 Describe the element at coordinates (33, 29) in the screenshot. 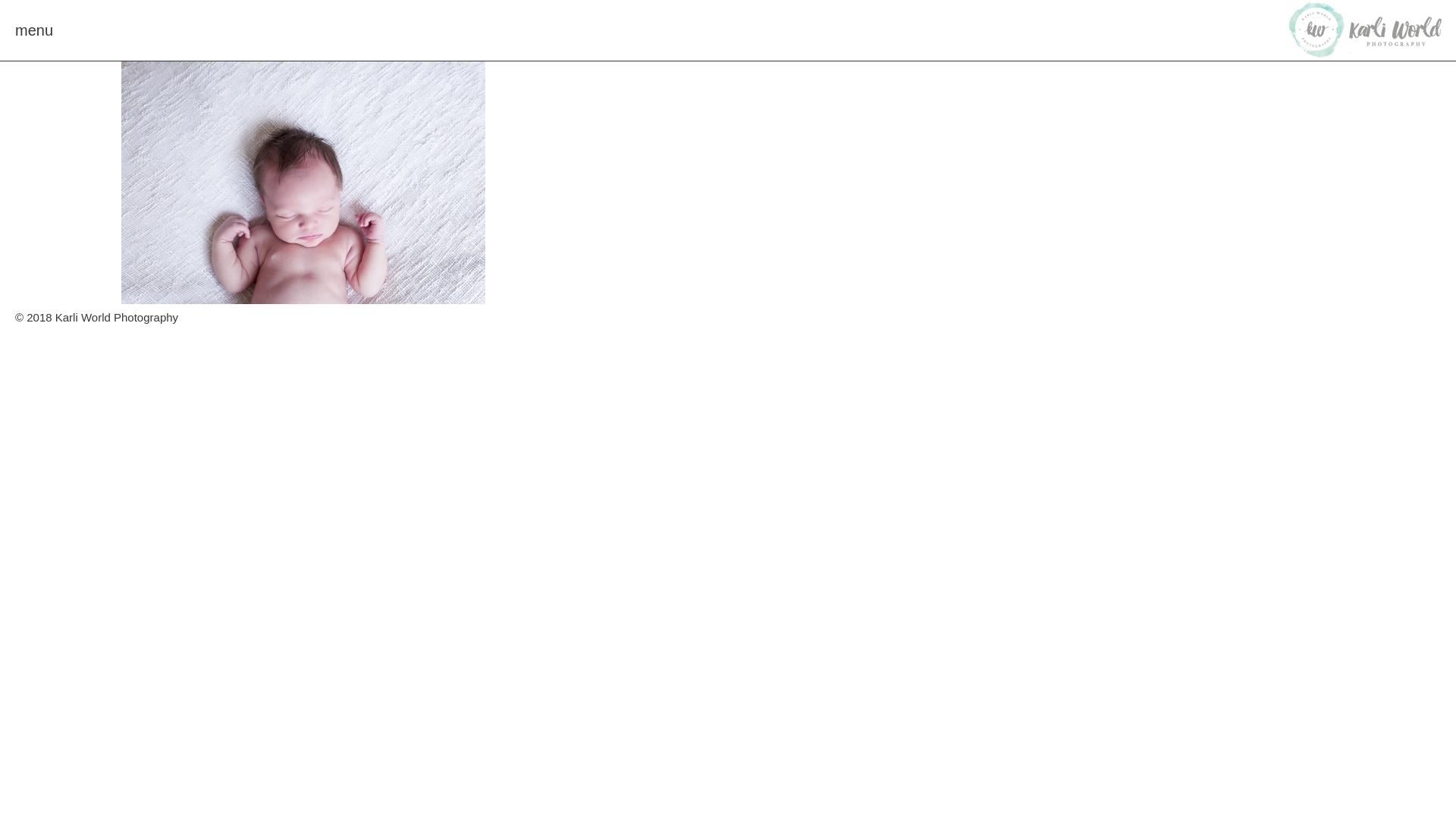

I see `'menu'` at that location.